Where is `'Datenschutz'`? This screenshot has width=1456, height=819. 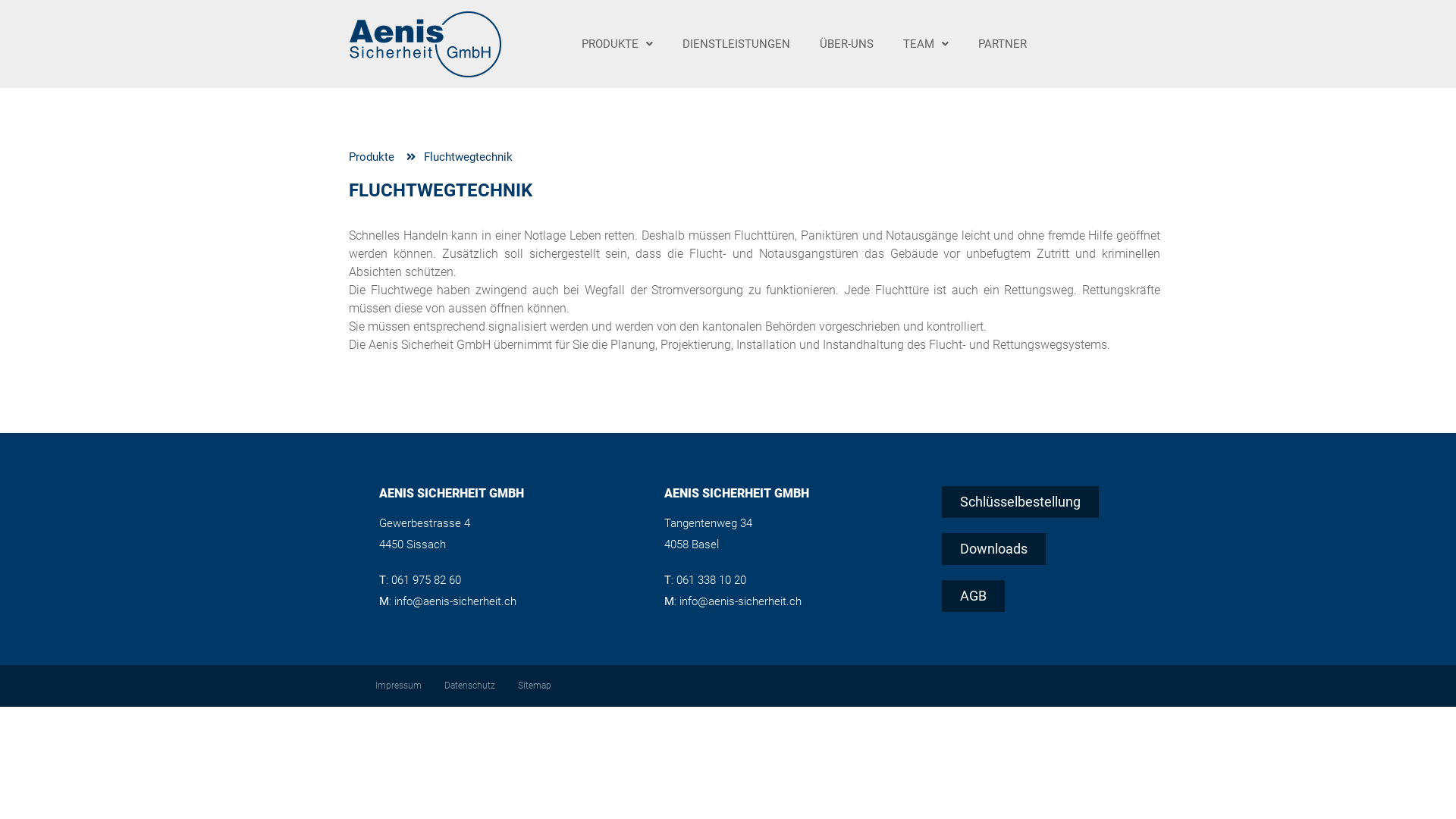 'Datenschutz' is located at coordinates (432, 685).